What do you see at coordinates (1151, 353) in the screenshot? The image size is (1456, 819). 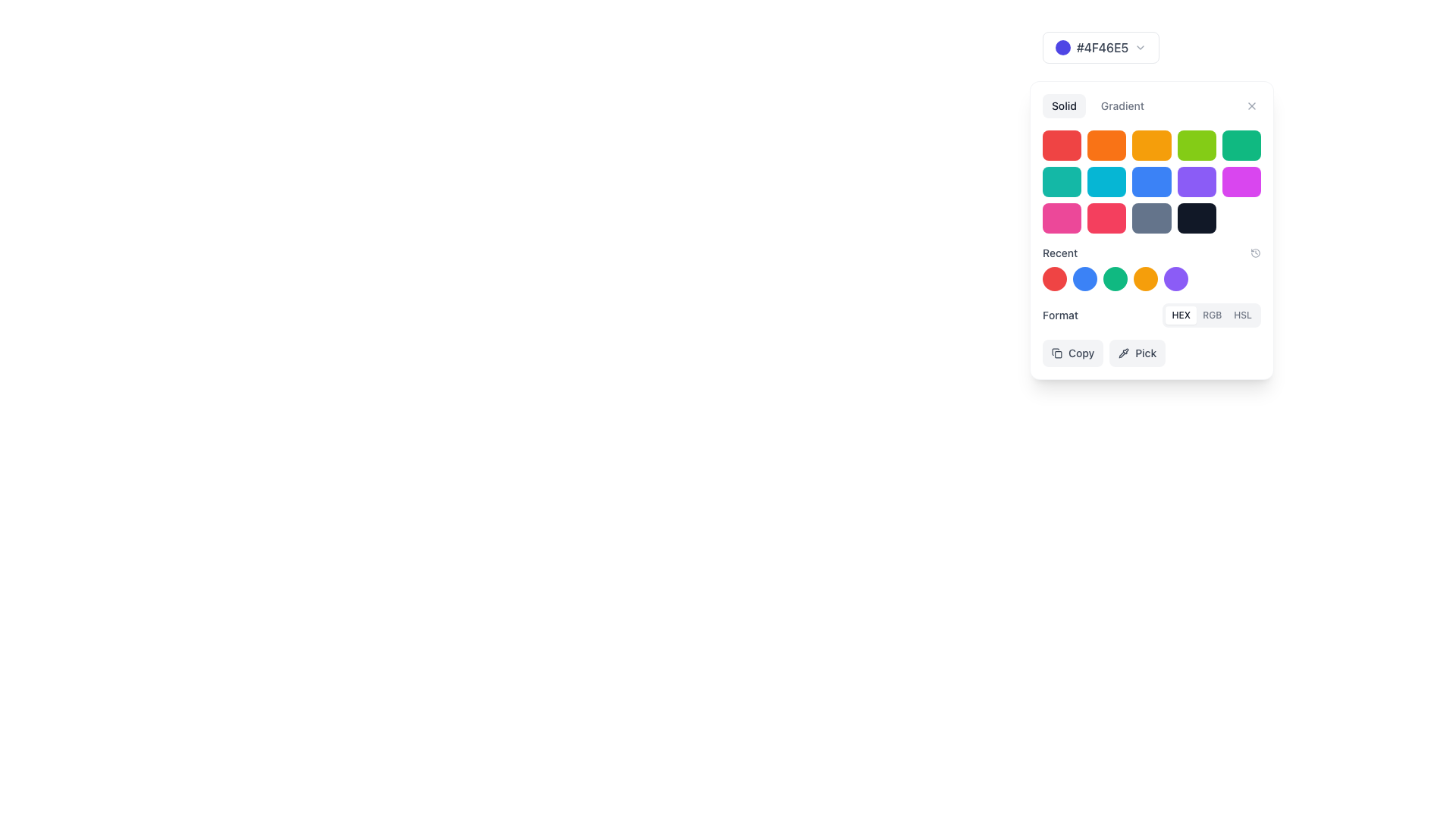 I see `the 'Copy' button in the horizontal button group located at the bottom-right corner of the popup panel to copy information` at bounding box center [1151, 353].